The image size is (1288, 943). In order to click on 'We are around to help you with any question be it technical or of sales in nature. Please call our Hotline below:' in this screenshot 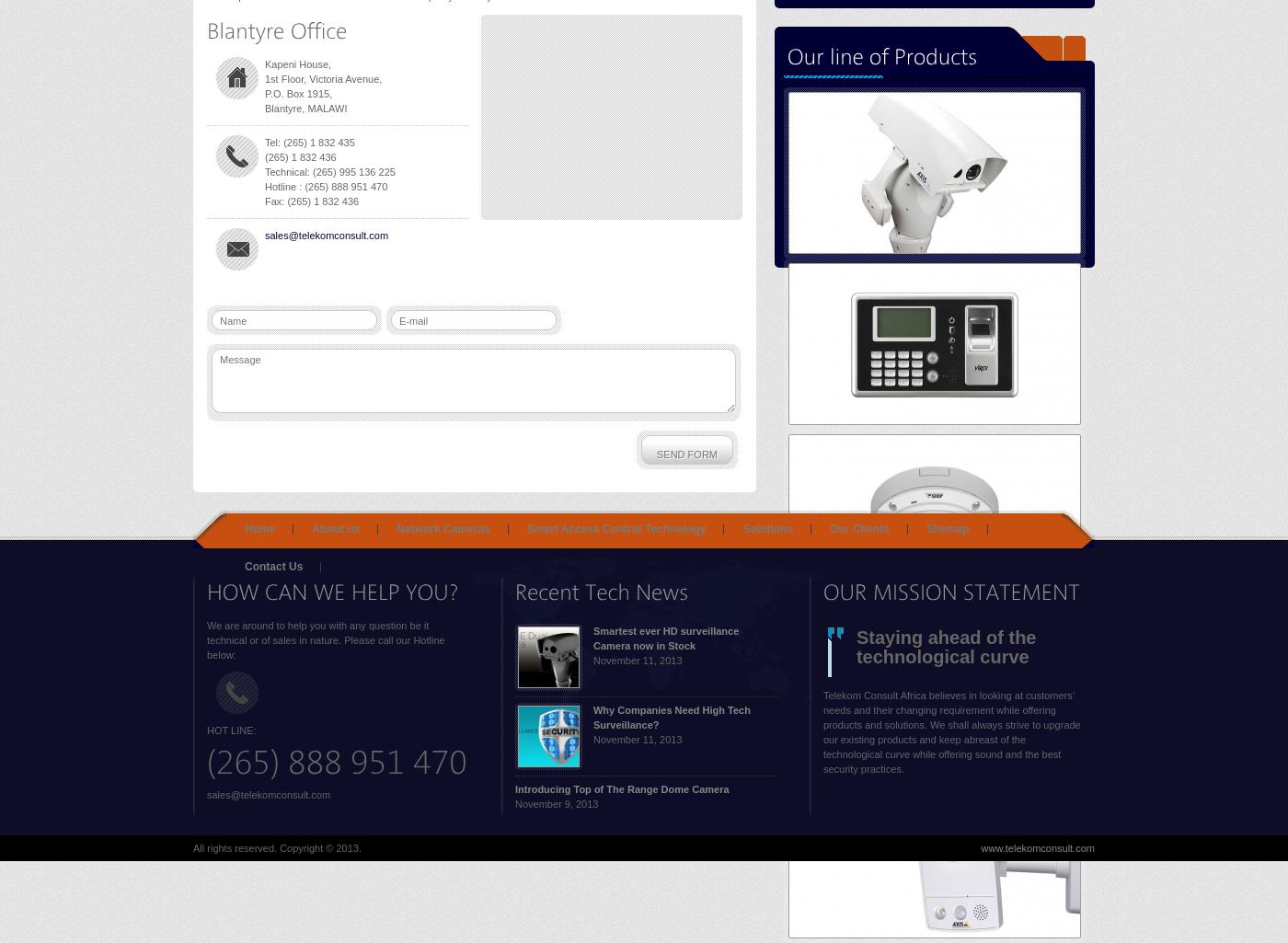, I will do `click(325, 639)`.